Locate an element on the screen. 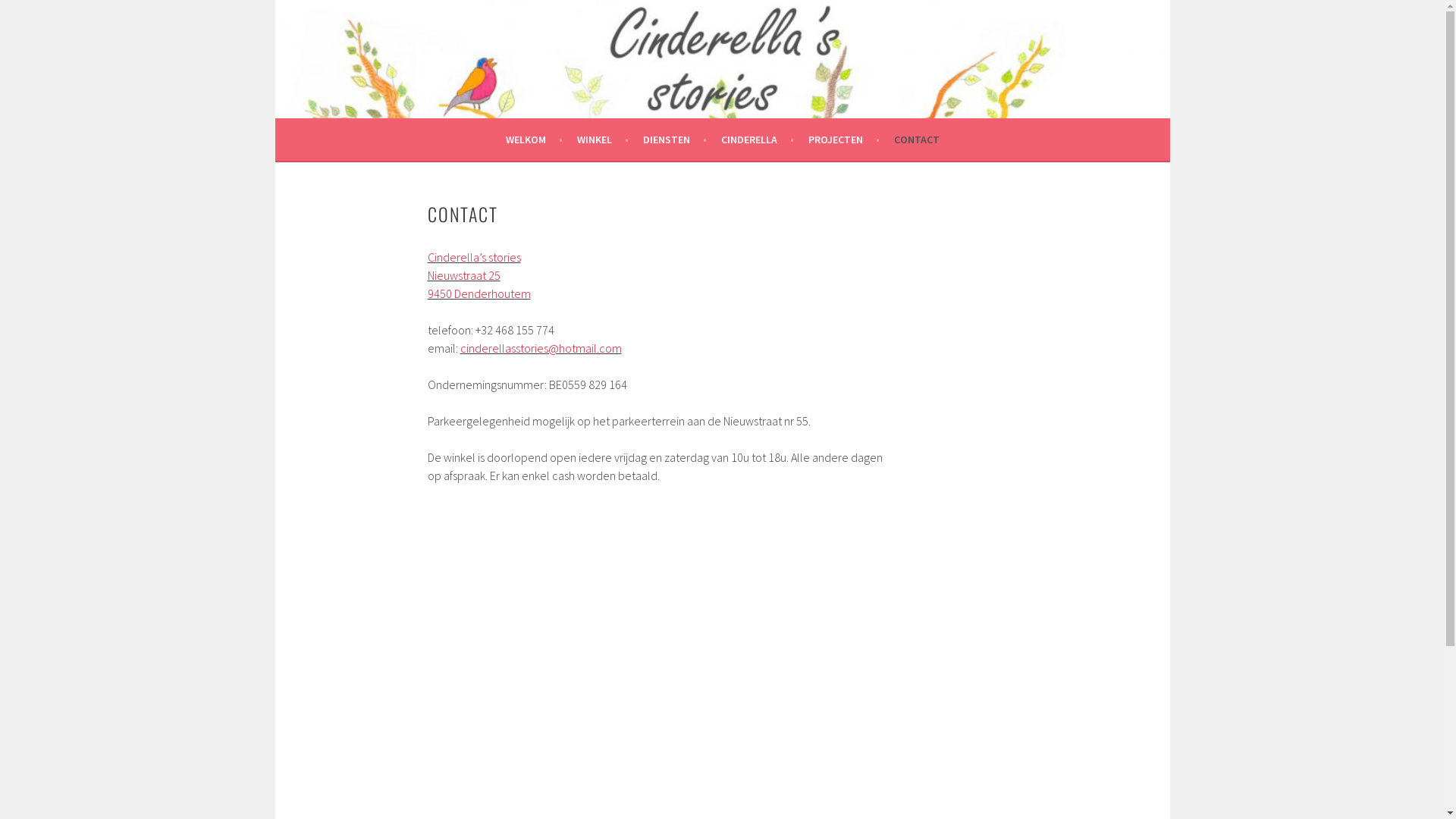 Image resolution: width=1456 pixels, height=819 pixels. 'WINKEL' is located at coordinates (601, 140).